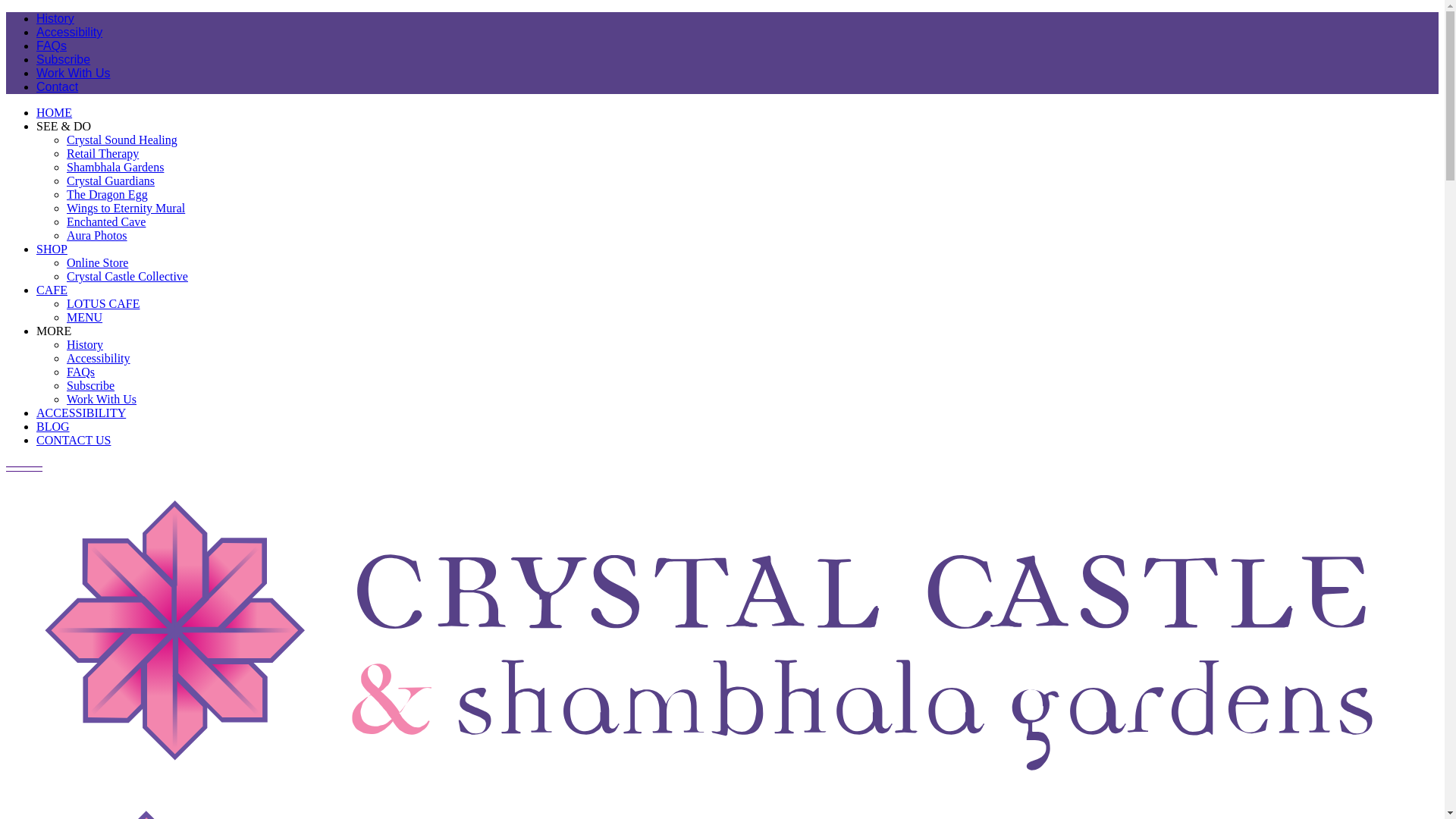 Image resolution: width=1456 pixels, height=819 pixels. Describe the element at coordinates (109, 180) in the screenshot. I see `'Crystal Guardians'` at that location.